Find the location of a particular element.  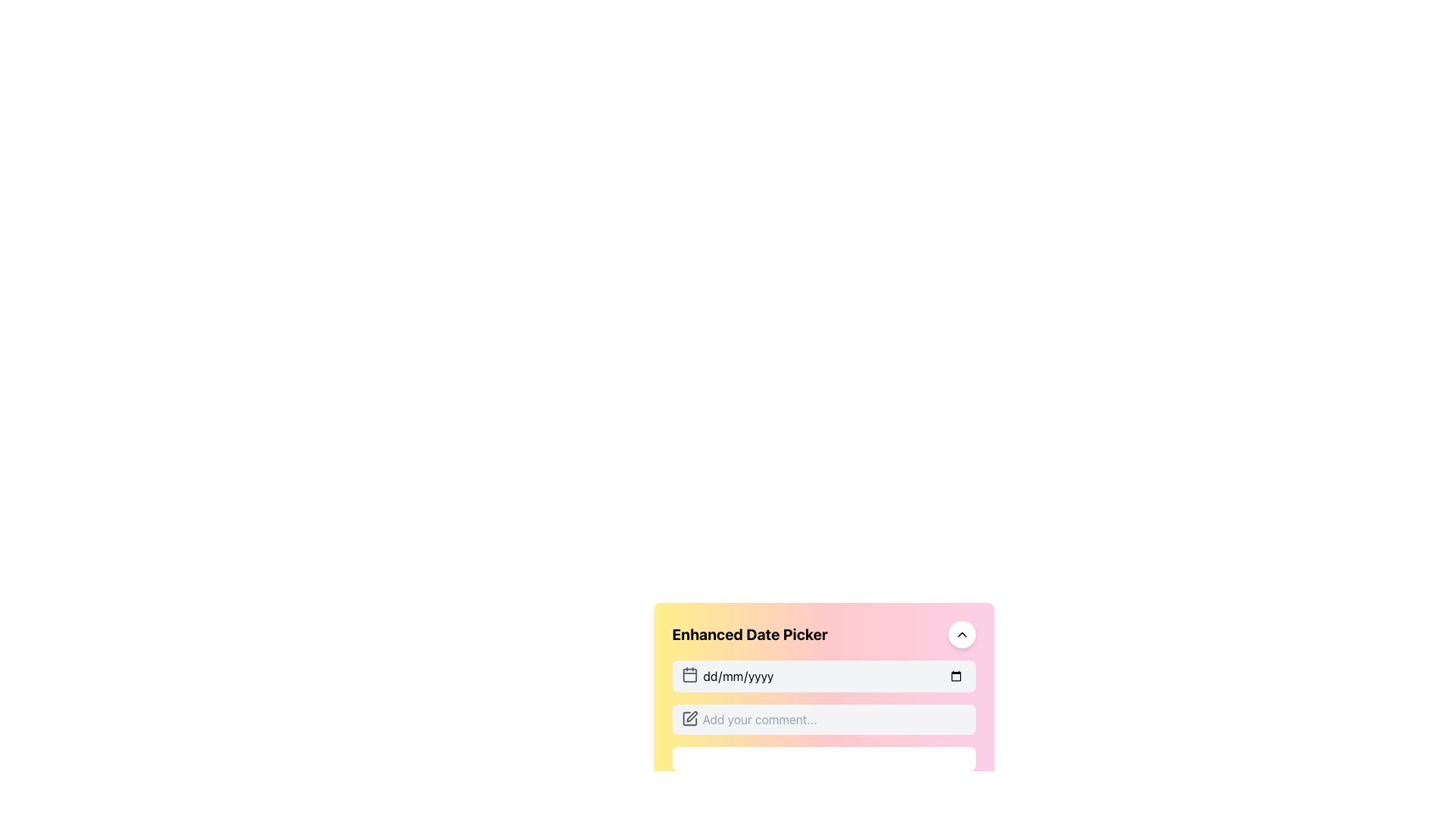

the gray pen icon located inside the 'Add your comment...' text input field to start inputting text is located at coordinates (689, 718).